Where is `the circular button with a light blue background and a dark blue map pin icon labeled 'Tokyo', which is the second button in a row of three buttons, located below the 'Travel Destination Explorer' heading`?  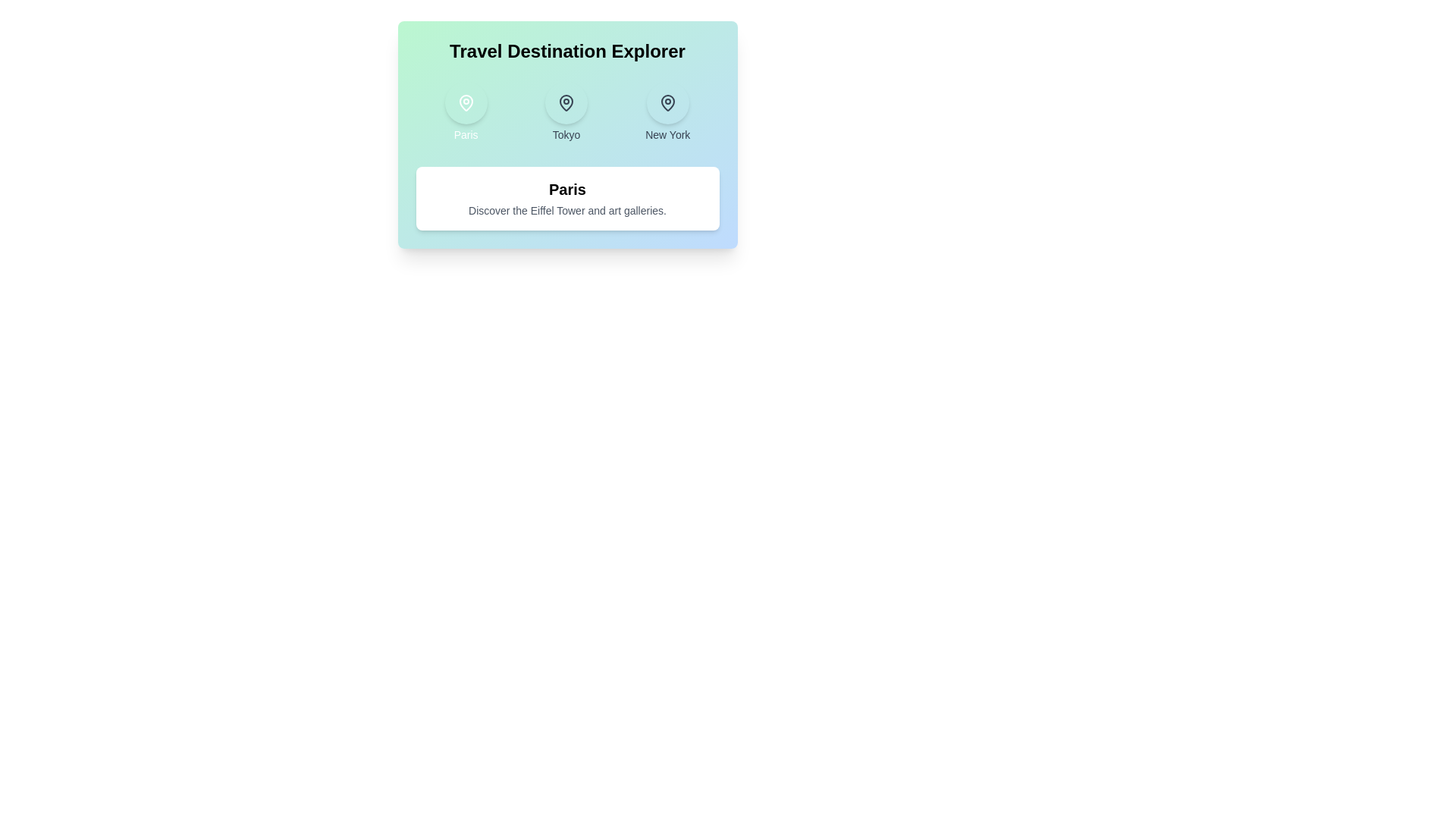 the circular button with a light blue background and a dark blue map pin icon labeled 'Tokyo', which is the second button in a row of three buttons, located below the 'Travel Destination Explorer' heading is located at coordinates (565, 102).